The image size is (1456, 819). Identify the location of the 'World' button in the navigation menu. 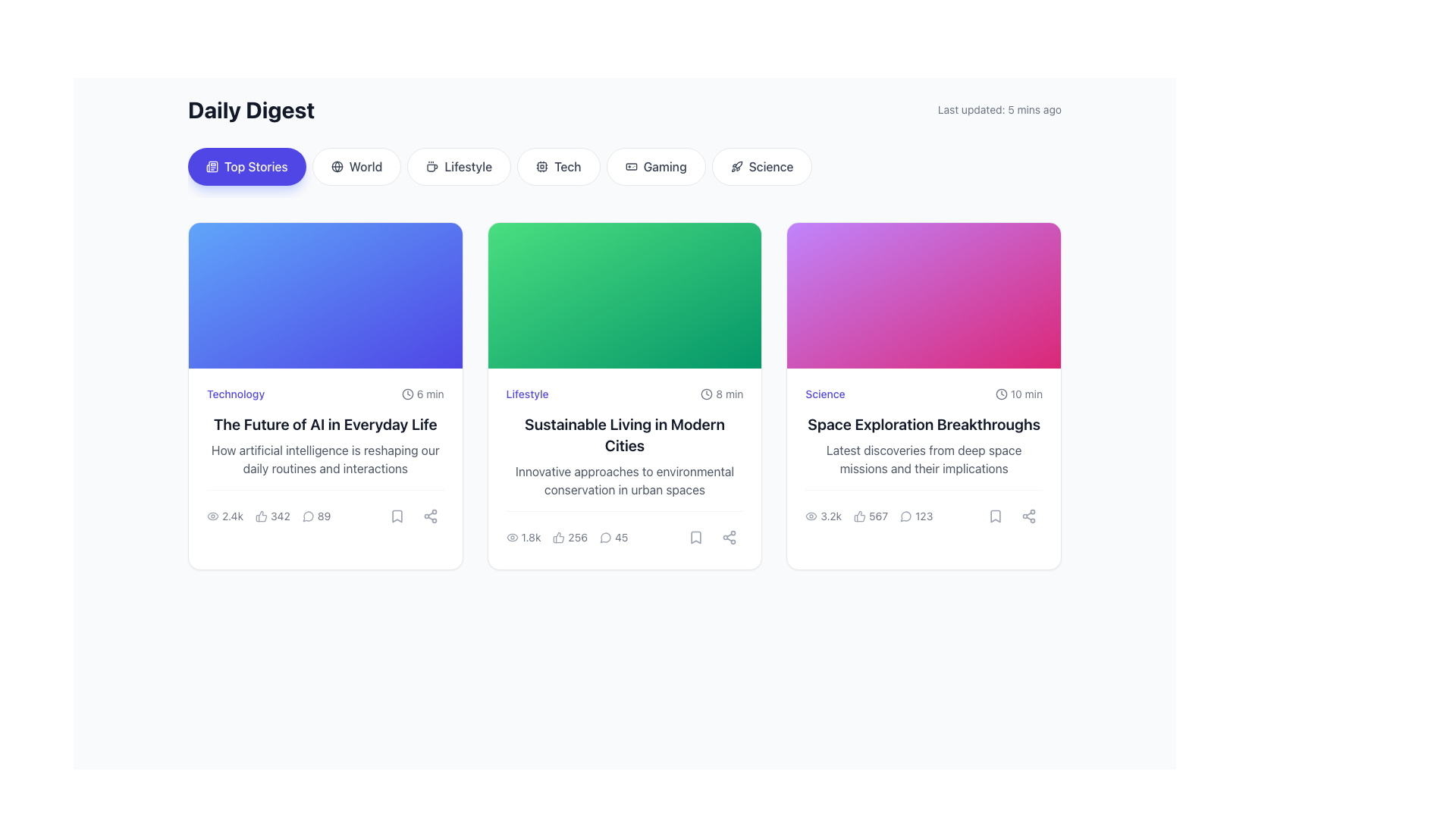
(336, 166).